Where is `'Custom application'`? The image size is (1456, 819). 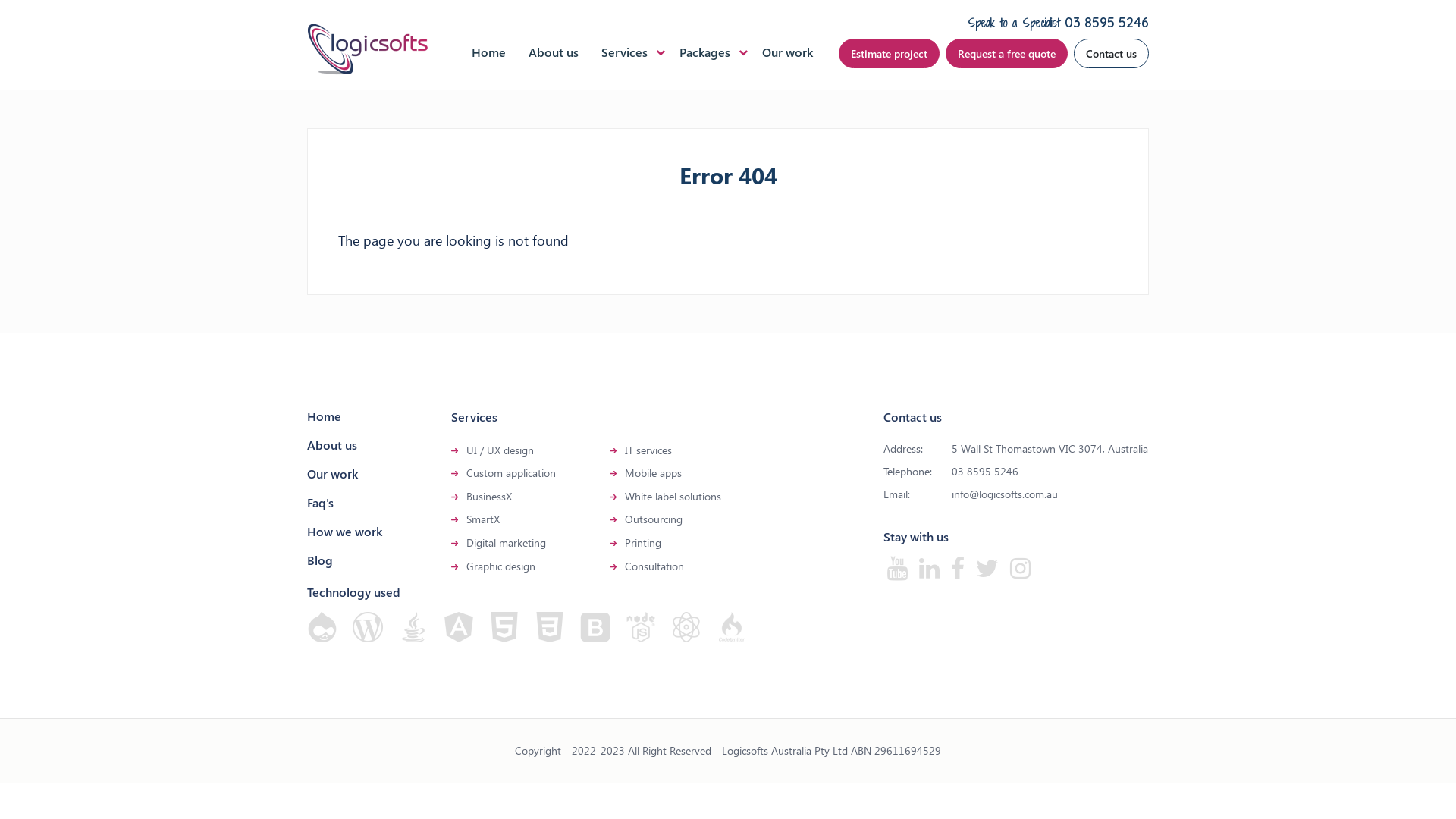 'Custom application' is located at coordinates (510, 472).